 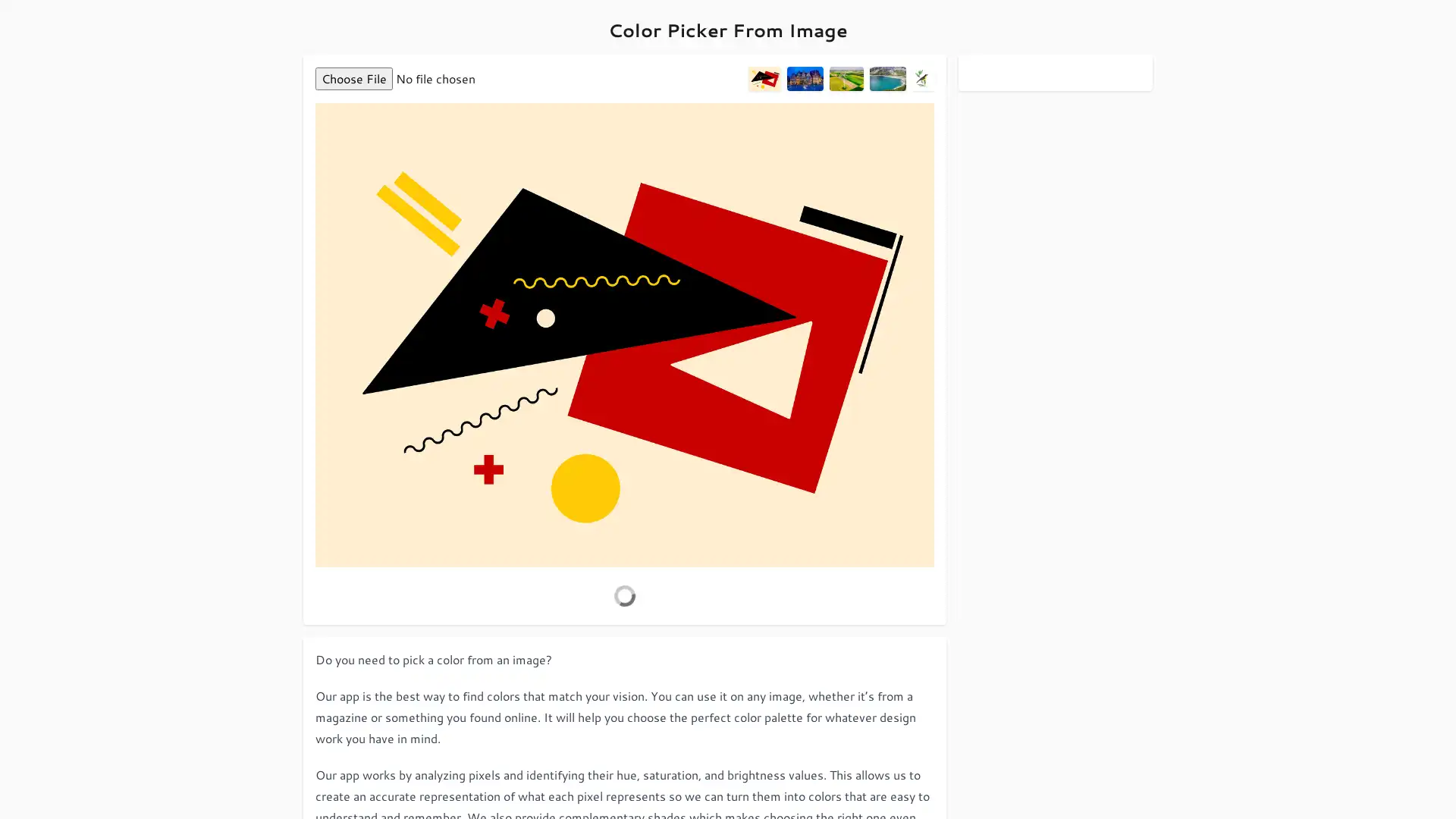 I want to click on example image, so click(x=887, y=79).